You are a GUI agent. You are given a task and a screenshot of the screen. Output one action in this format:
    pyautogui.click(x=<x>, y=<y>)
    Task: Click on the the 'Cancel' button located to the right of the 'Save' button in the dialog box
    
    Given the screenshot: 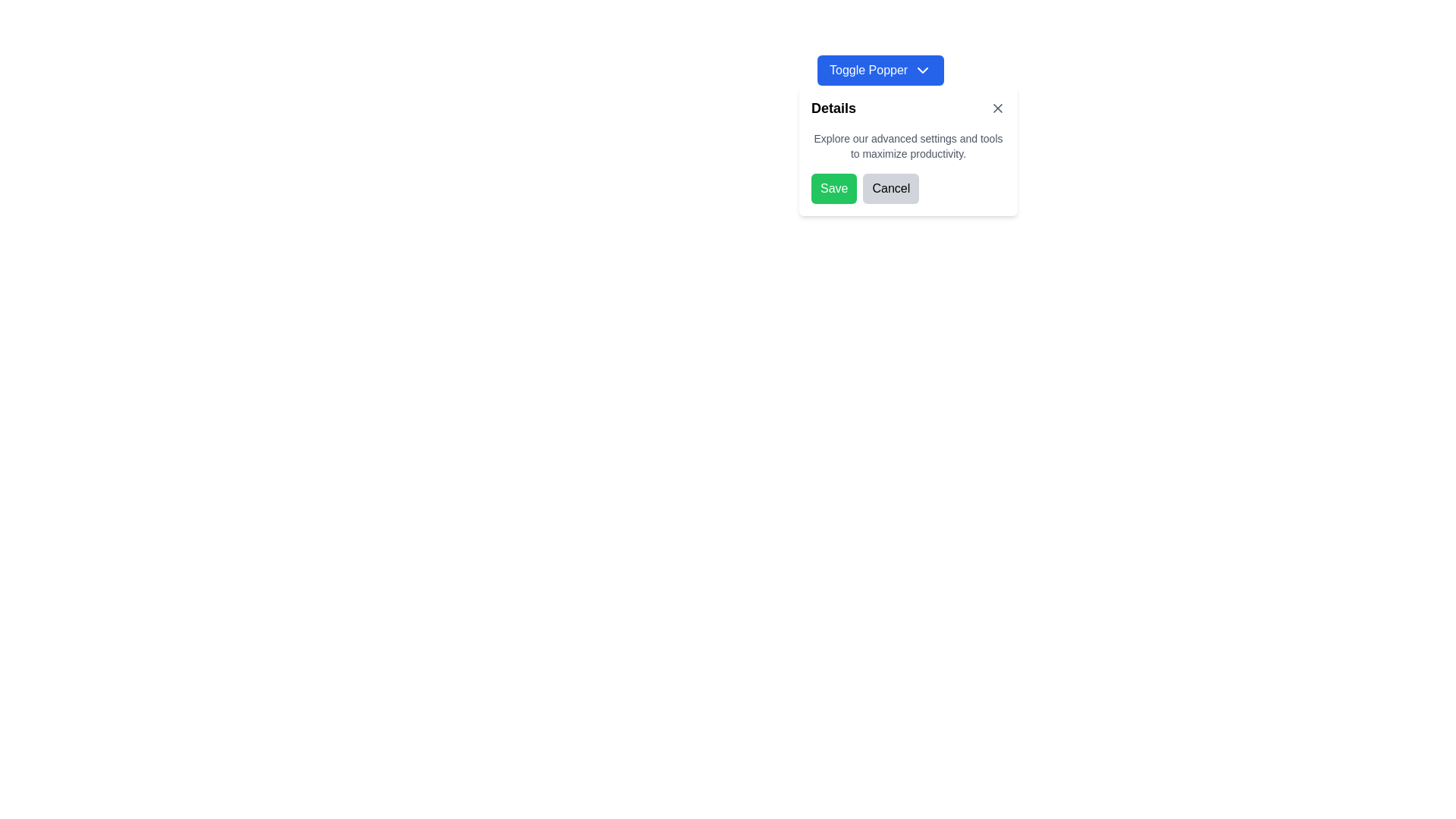 What is the action you would take?
    pyautogui.click(x=891, y=188)
    